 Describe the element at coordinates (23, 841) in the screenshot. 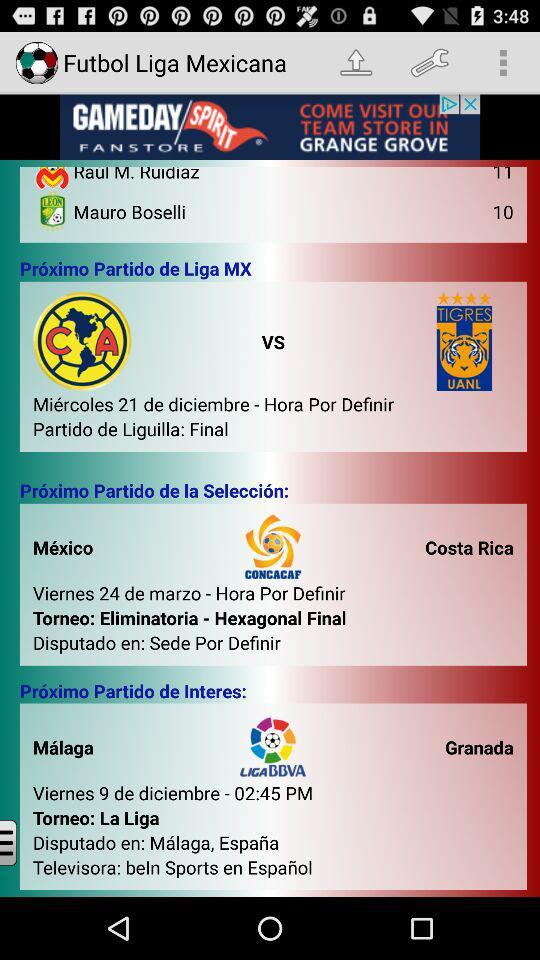

I see `open sidebar` at that location.